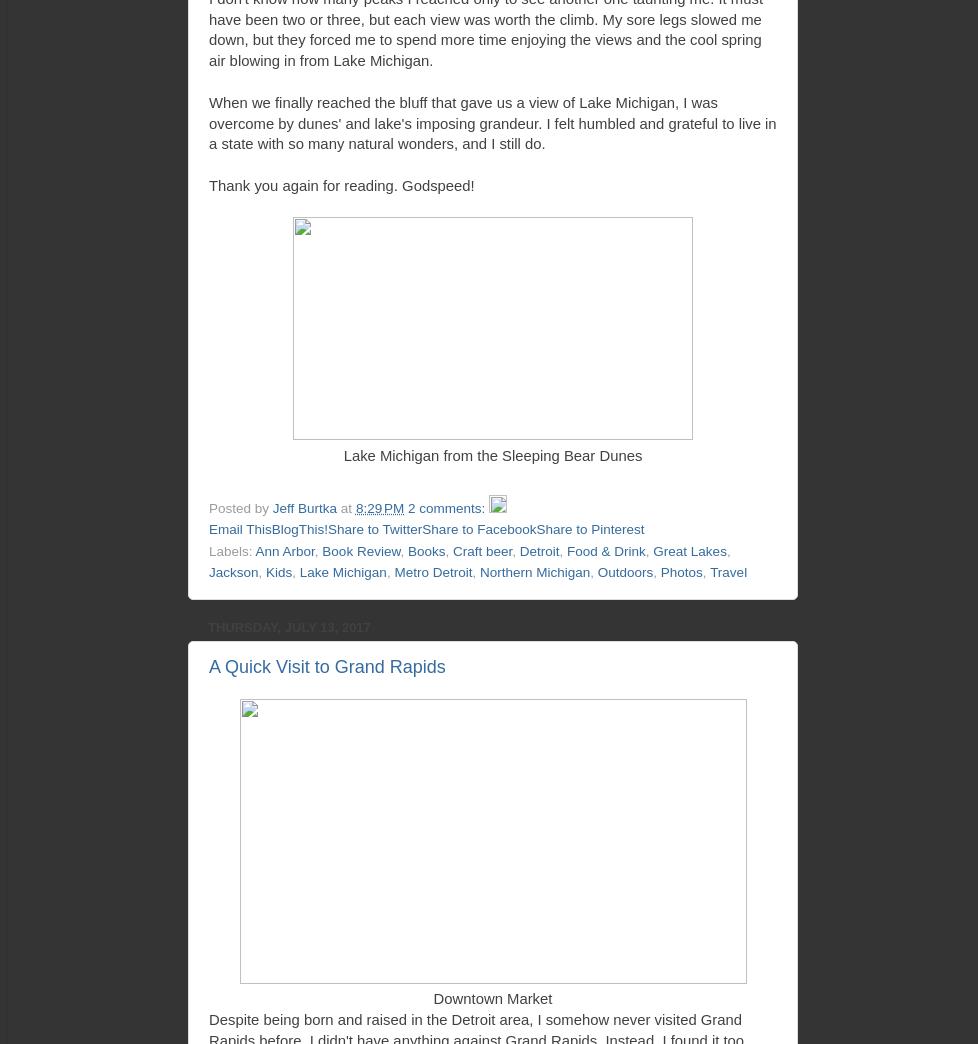  Describe the element at coordinates (208, 183) in the screenshot. I see `'Thank you again for reading. Godspeed!'` at that location.